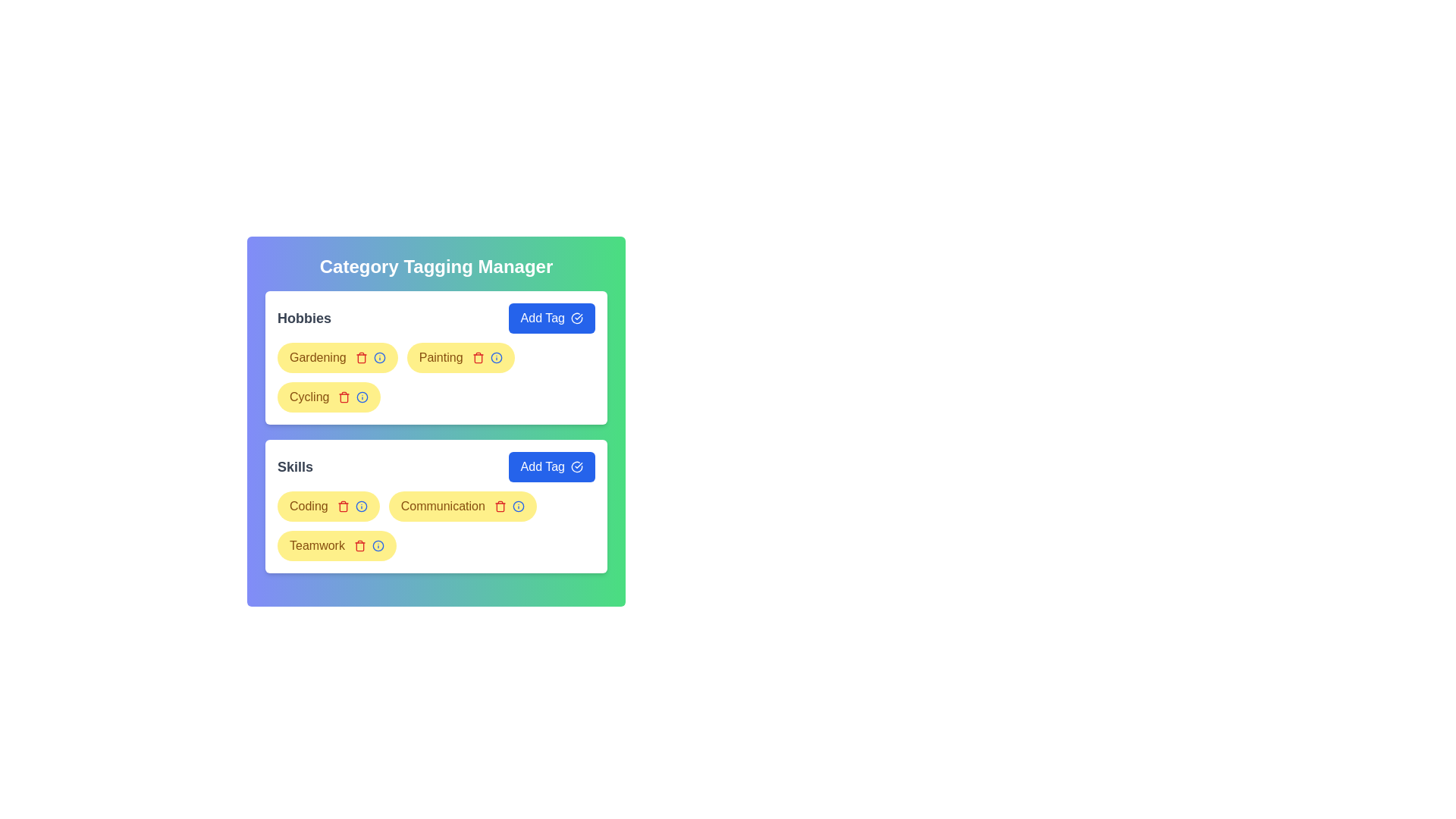 This screenshot has height=819, width=1456. What do you see at coordinates (460, 357) in the screenshot?
I see `the trash icon associated with the user-defined tag labeled 'Painting'` at bounding box center [460, 357].